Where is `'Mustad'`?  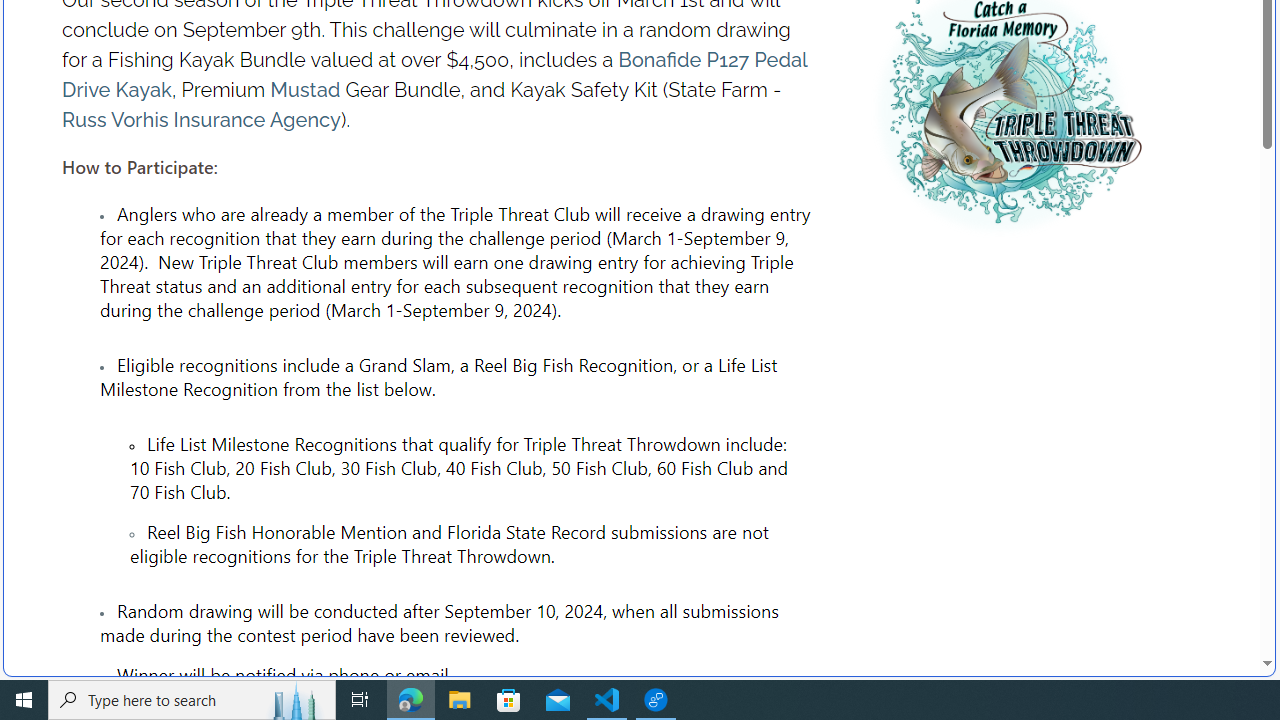
'Mustad' is located at coordinates (304, 90).